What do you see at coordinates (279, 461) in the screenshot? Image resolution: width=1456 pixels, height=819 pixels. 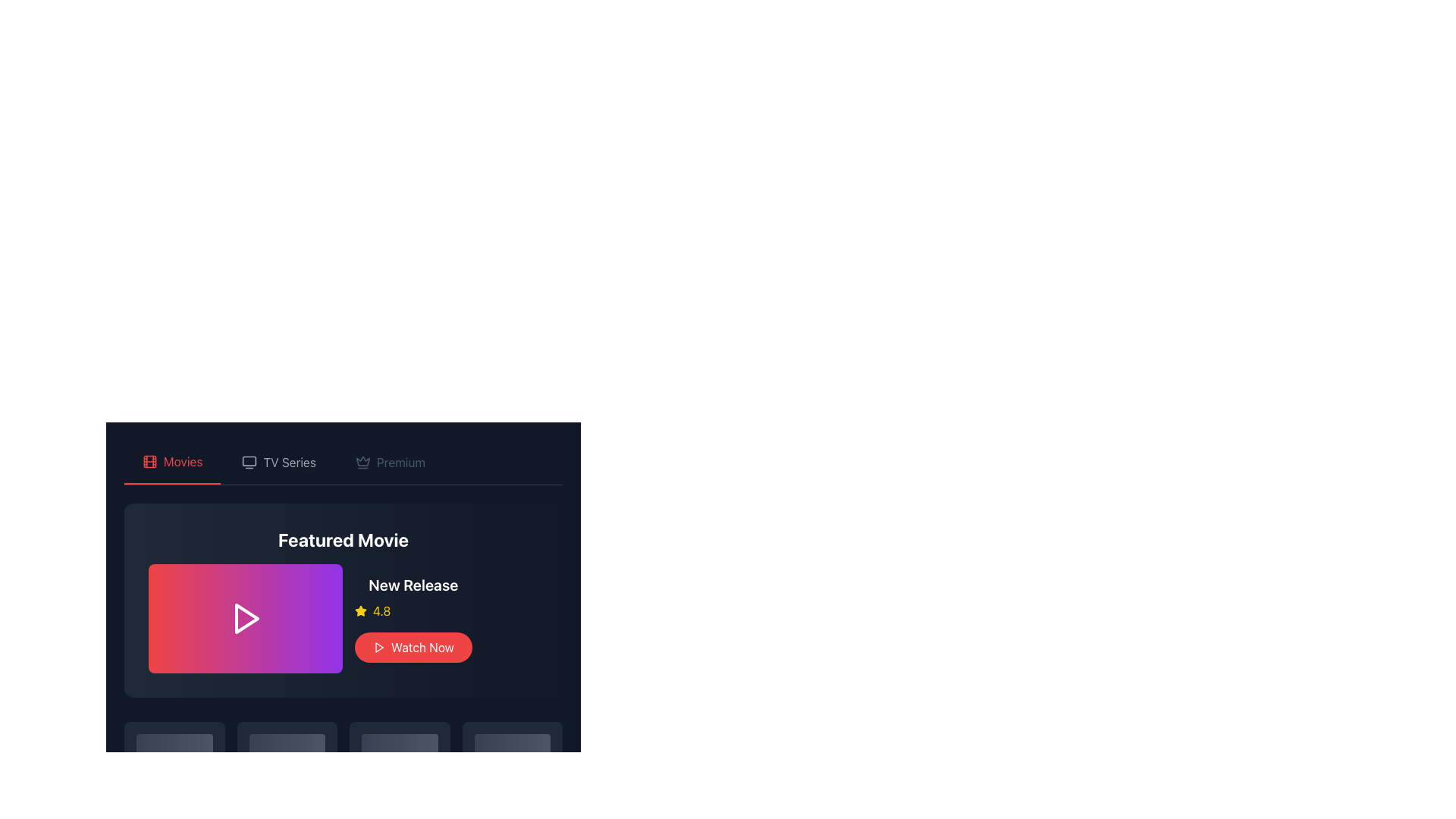 I see `the navigation button for TV series located in the navigation bar, positioned between 'Movies' and 'Premium'` at bounding box center [279, 461].